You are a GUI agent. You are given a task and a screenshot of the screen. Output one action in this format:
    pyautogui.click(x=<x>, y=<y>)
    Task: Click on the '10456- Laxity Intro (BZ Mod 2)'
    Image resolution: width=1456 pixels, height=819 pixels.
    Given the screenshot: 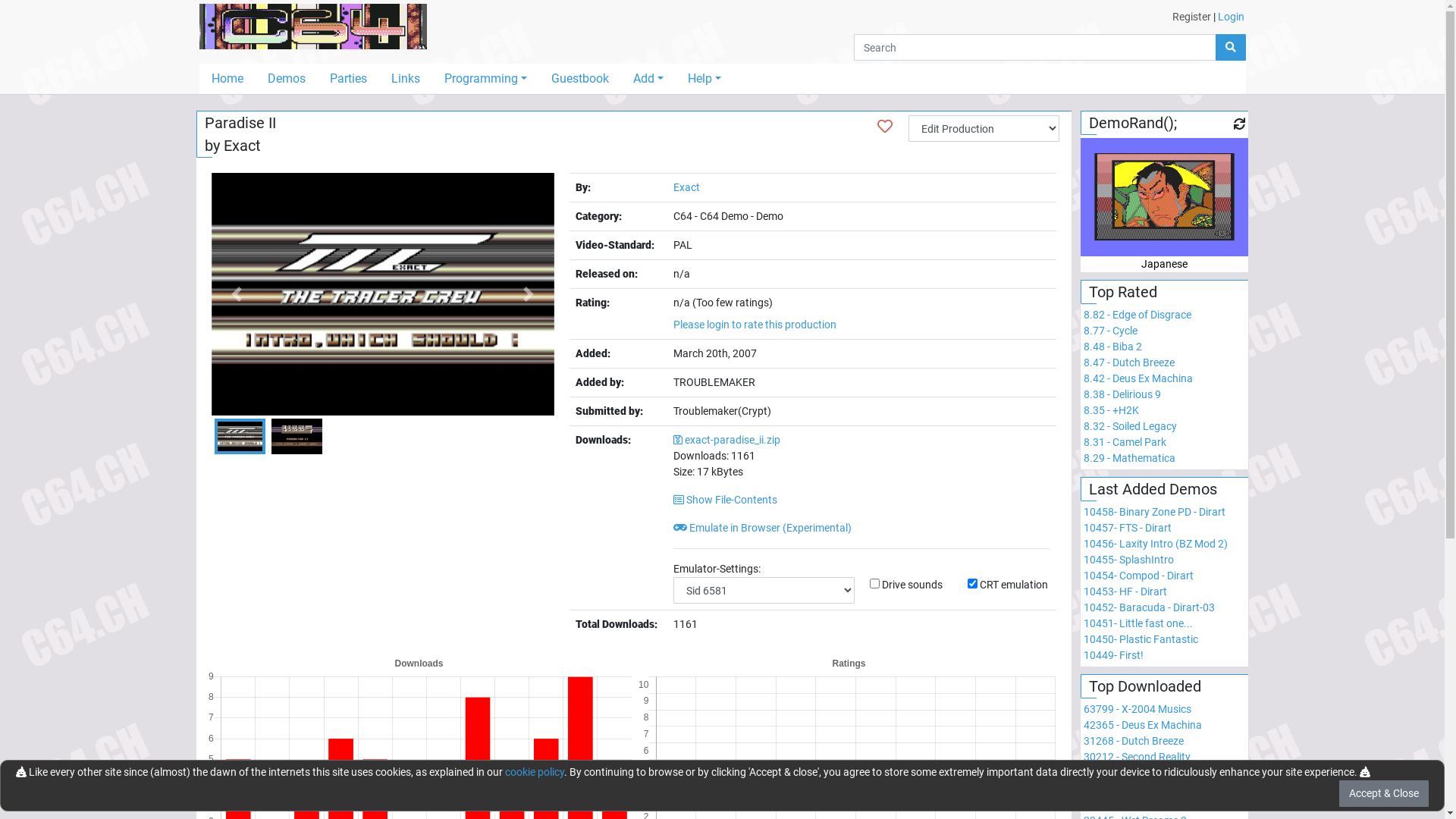 What is the action you would take?
    pyautogui.click(x=1154, y=543)
    